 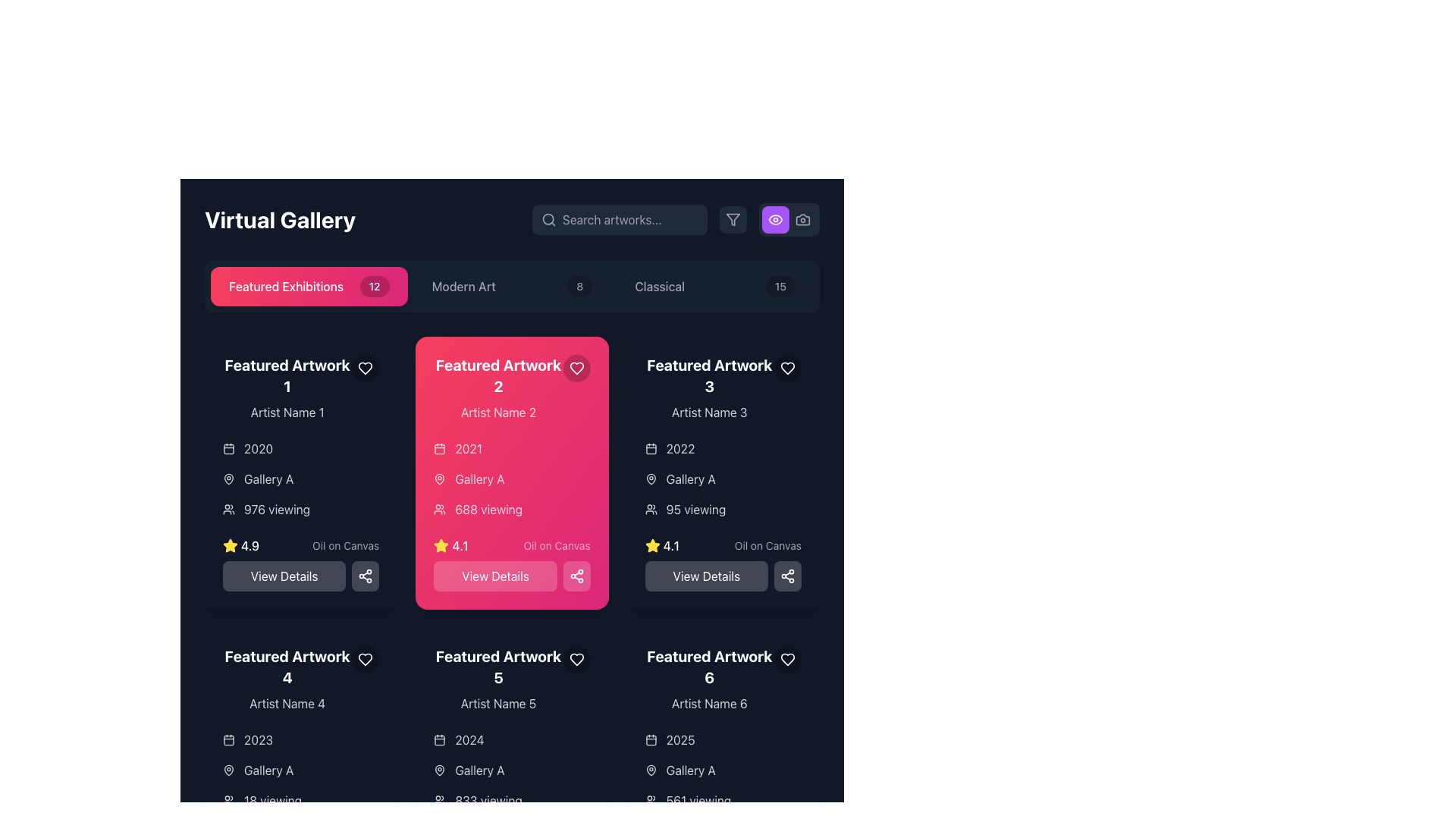 What do you see at coordinates (301, 739) in the screenshot?
I see `the text '2023' with the calendar icon on the left, which is part of the 'Featured Artwork 4' section for informational purposes` at bounding box center [301, 739].